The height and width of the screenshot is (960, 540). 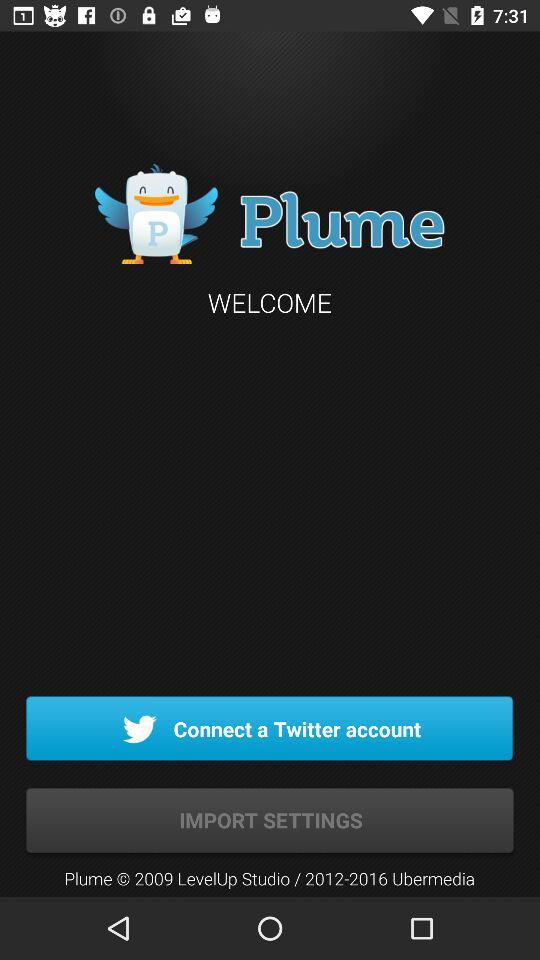 I want to click on the icon above plume 2009 levelup item, so click(x=270, y=821).